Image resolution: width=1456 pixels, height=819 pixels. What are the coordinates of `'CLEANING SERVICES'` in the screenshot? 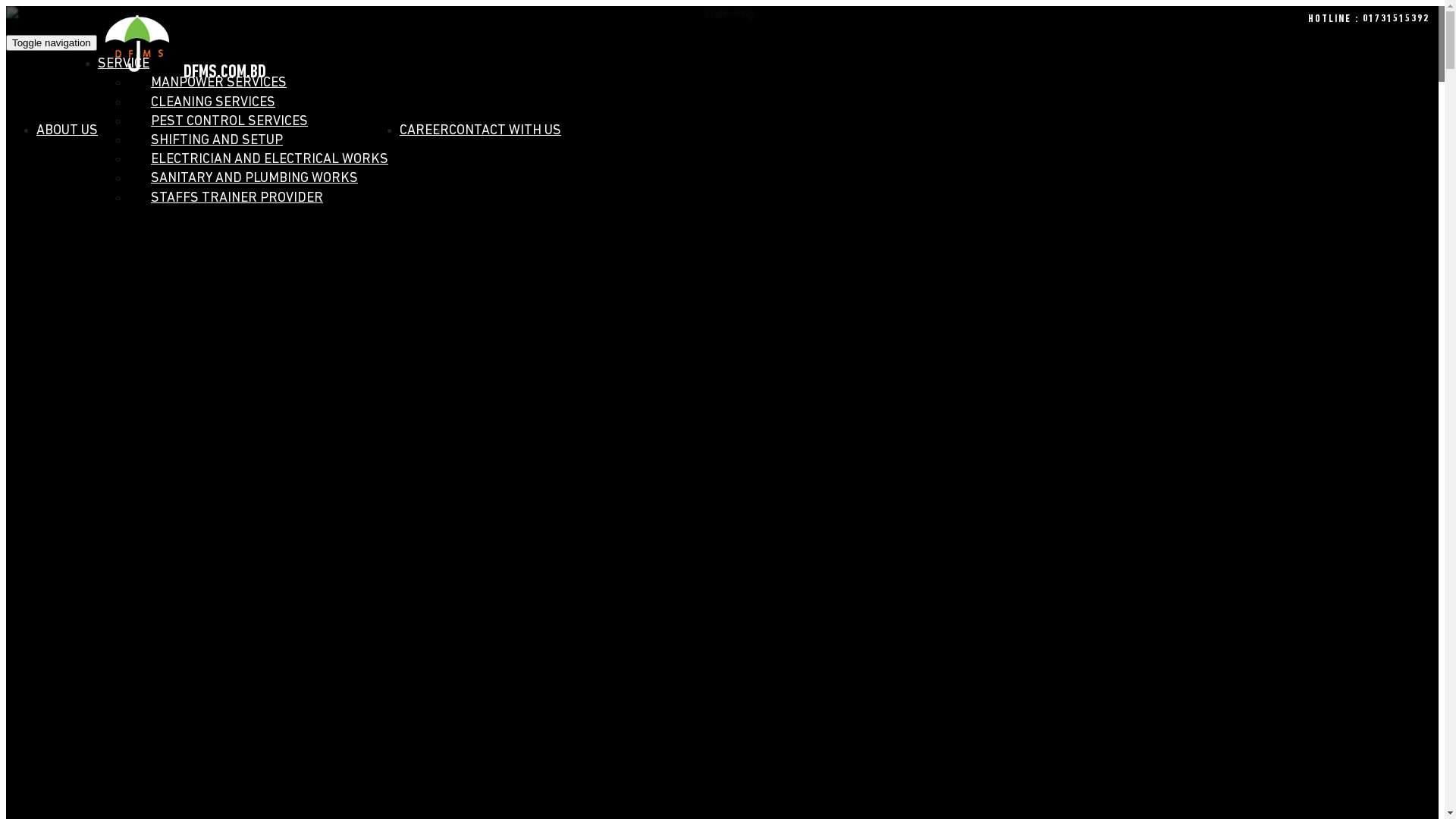 It's located at (206, 102).